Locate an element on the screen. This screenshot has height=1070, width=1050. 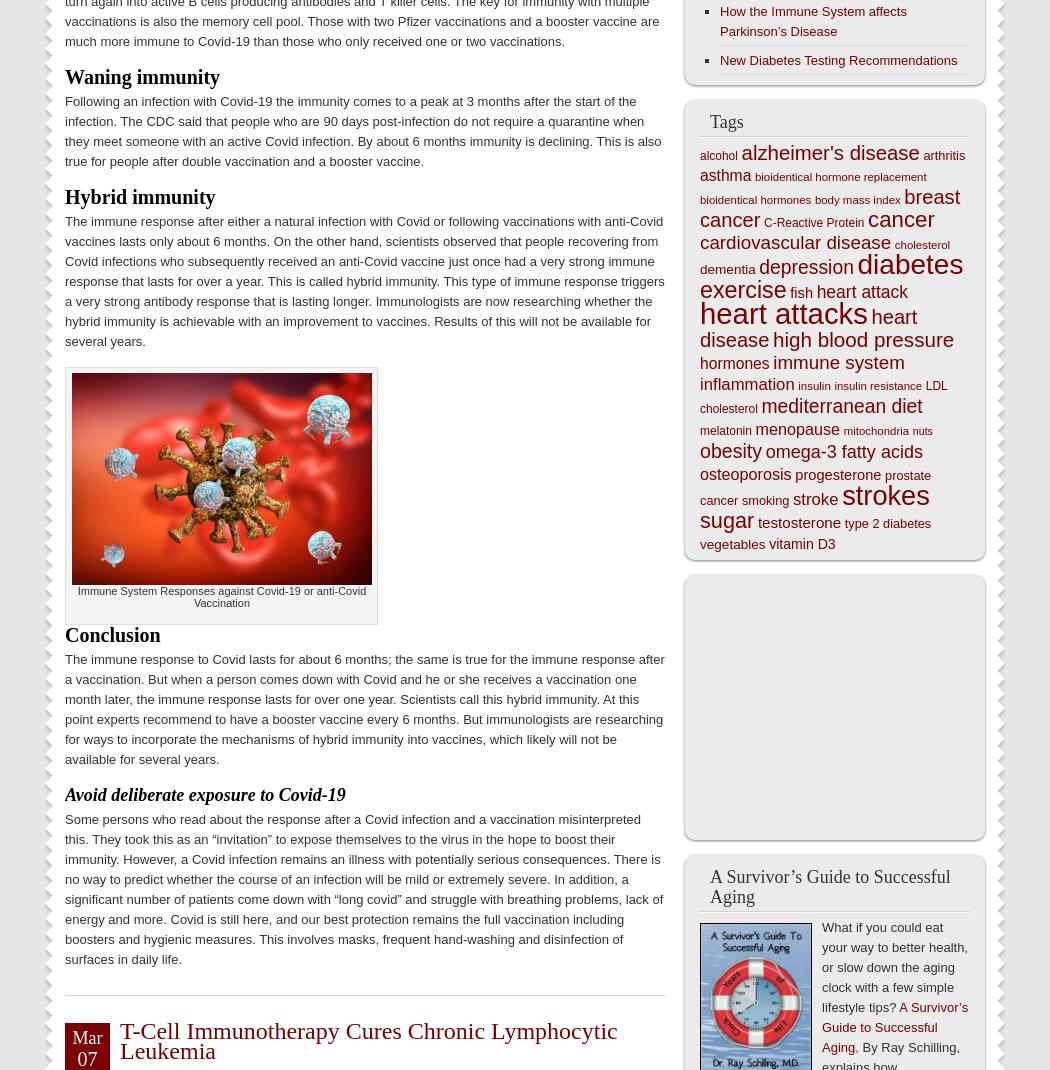
'hormones' is located at coordinates (733, 362).